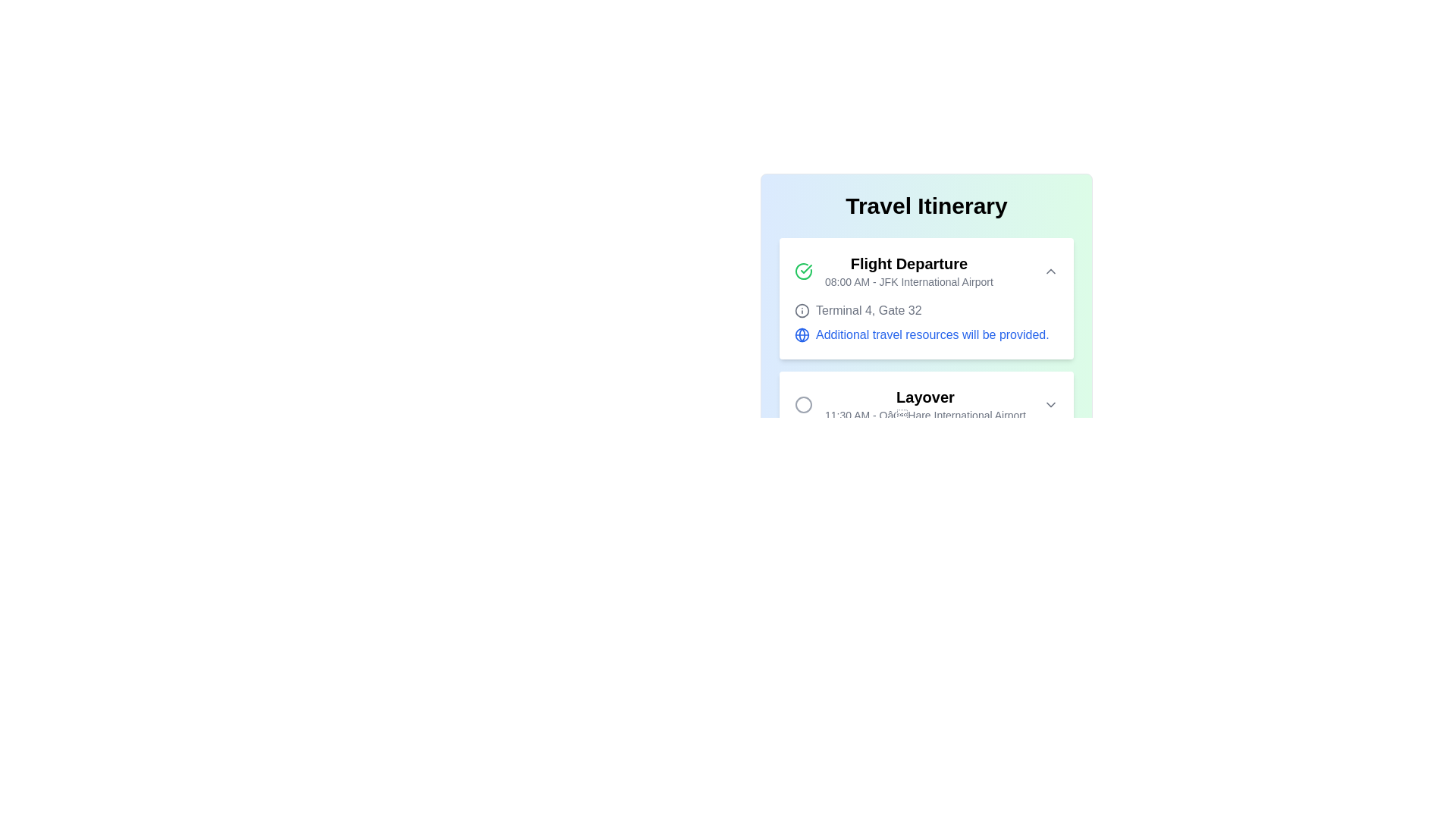 The image size is (1456, 819). I want to click on the text label indicating a layover in the travel itinerary, located centrally below the 'Travel Itinerary' header, so click(924, 397).